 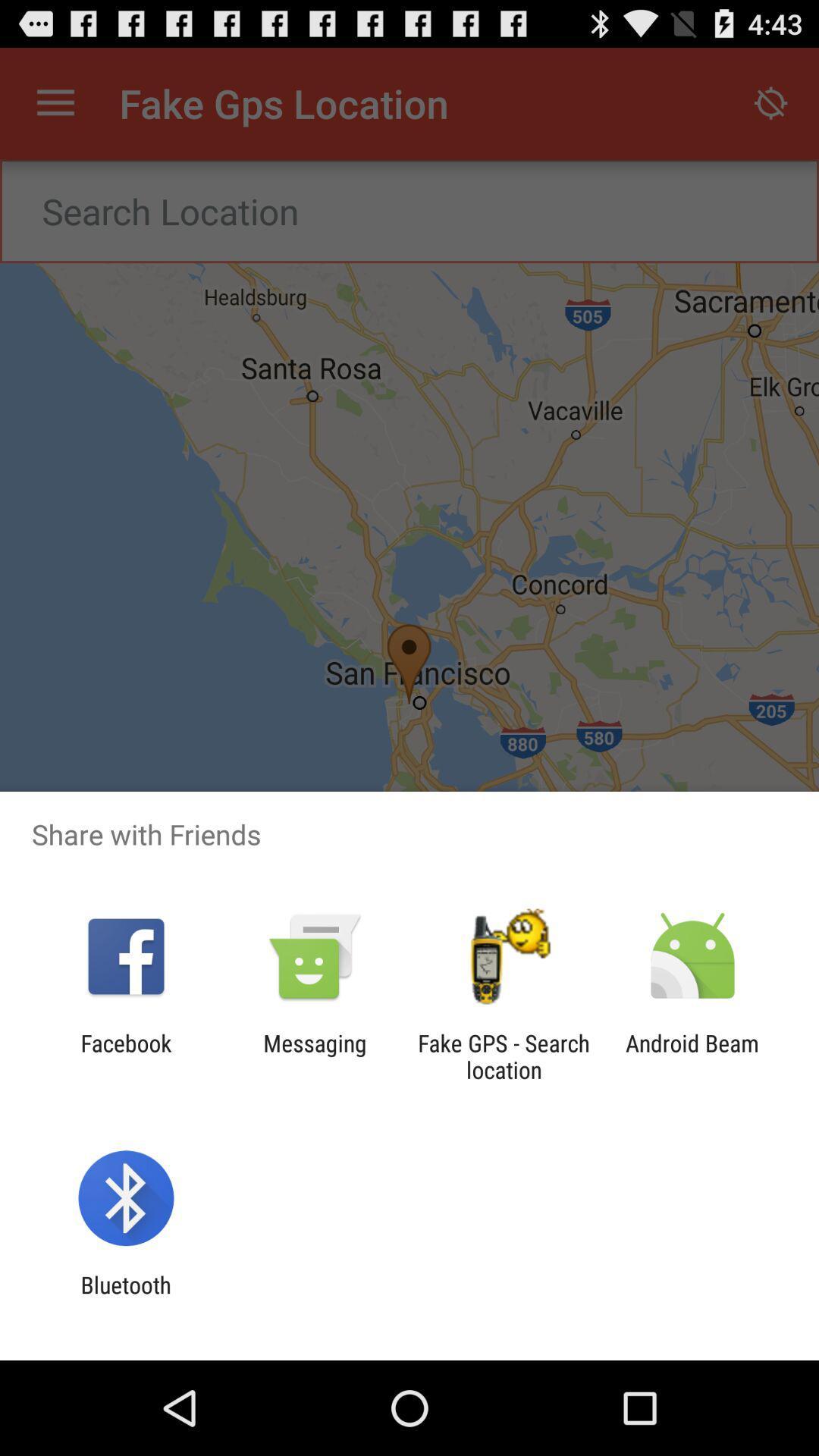 I want to click on the item to the right of messaging icon, so click(x=504, y=1056).